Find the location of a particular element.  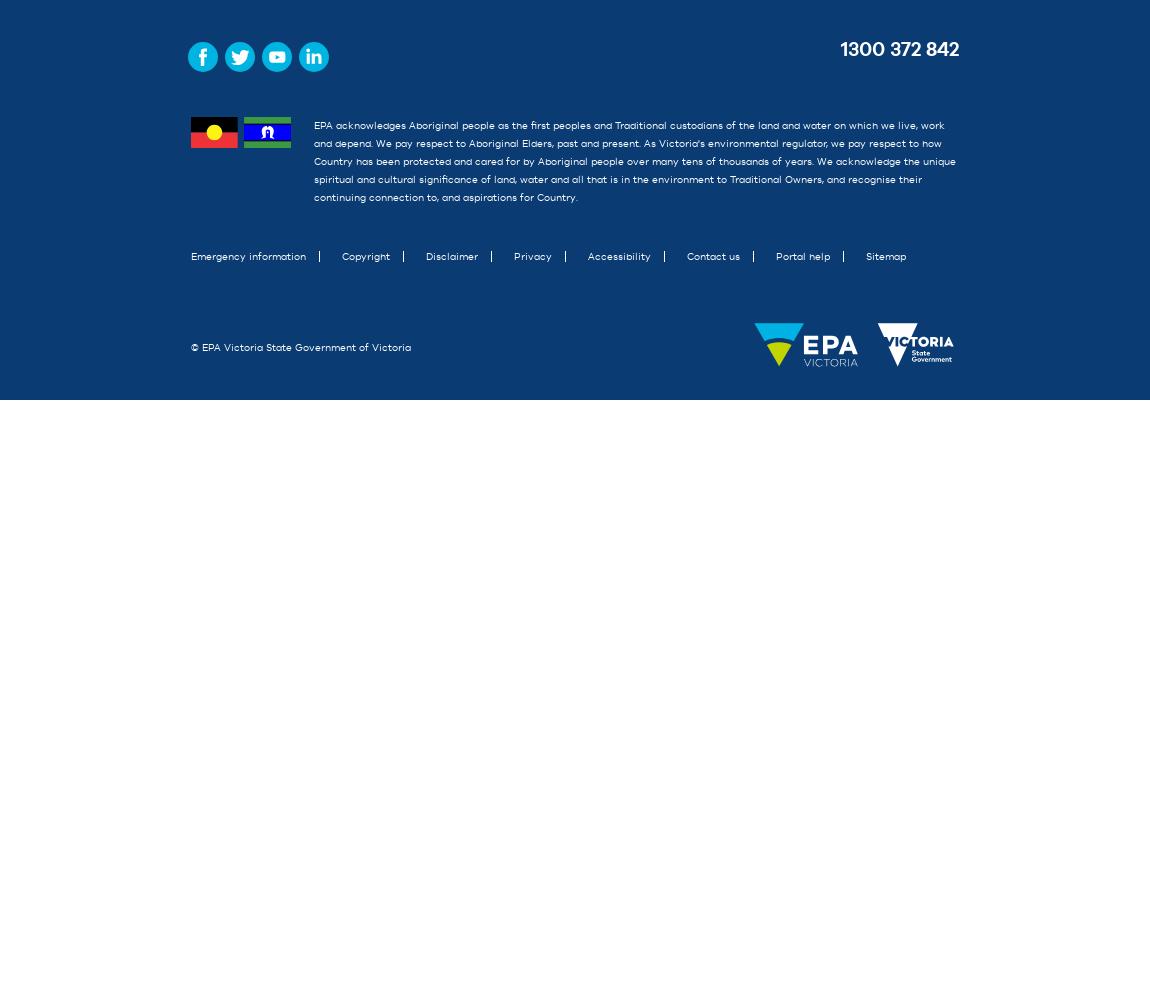

'Portal help' is located at coordinates (802, 256).